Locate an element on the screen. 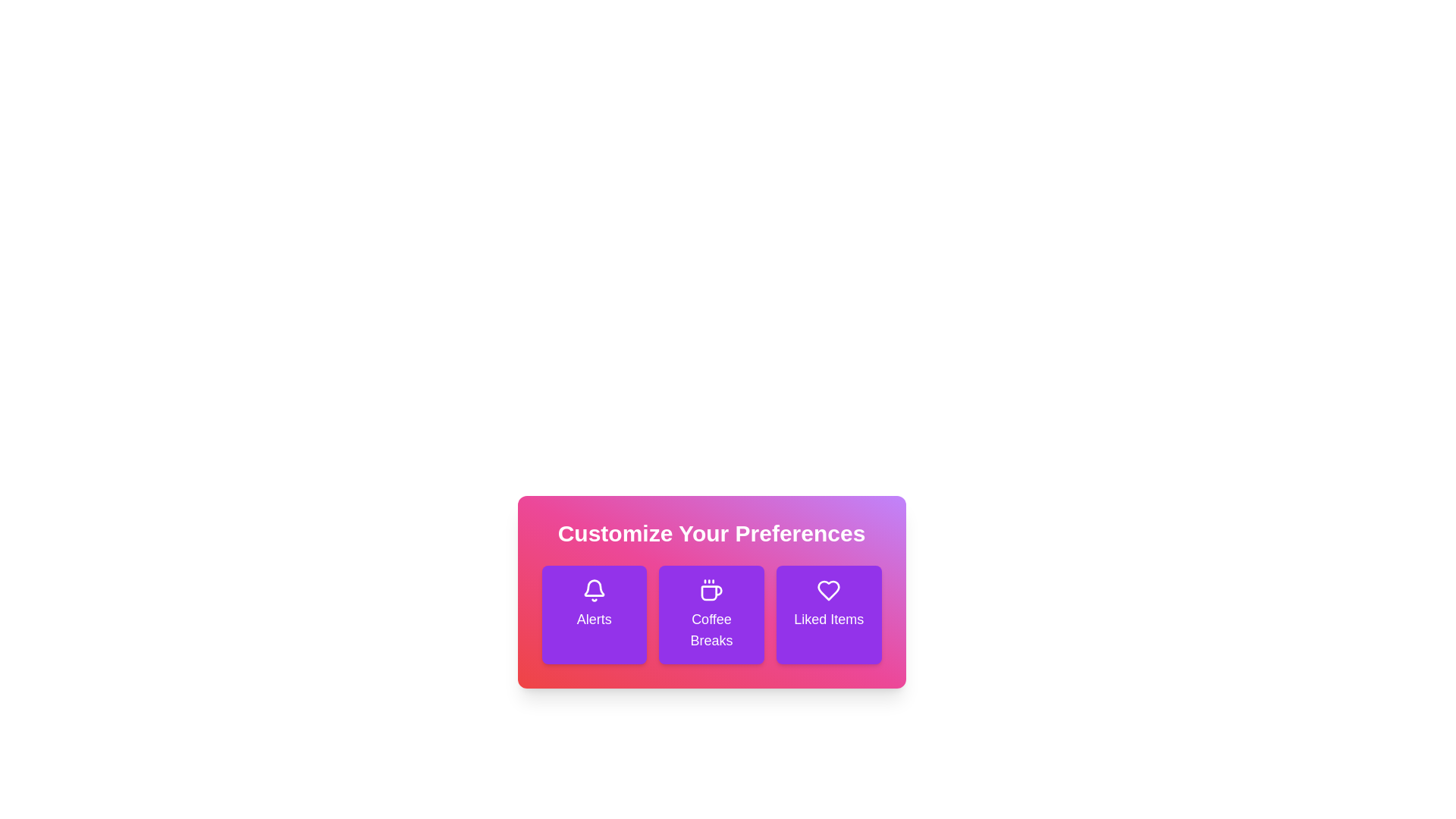 The image size is (1456, 819). the 'Liked Items' button, which is a rectangular button with a purple background and a white heart icon, located to the right of the 'Coffee Breaks' button is located at coordinates (828, 614).